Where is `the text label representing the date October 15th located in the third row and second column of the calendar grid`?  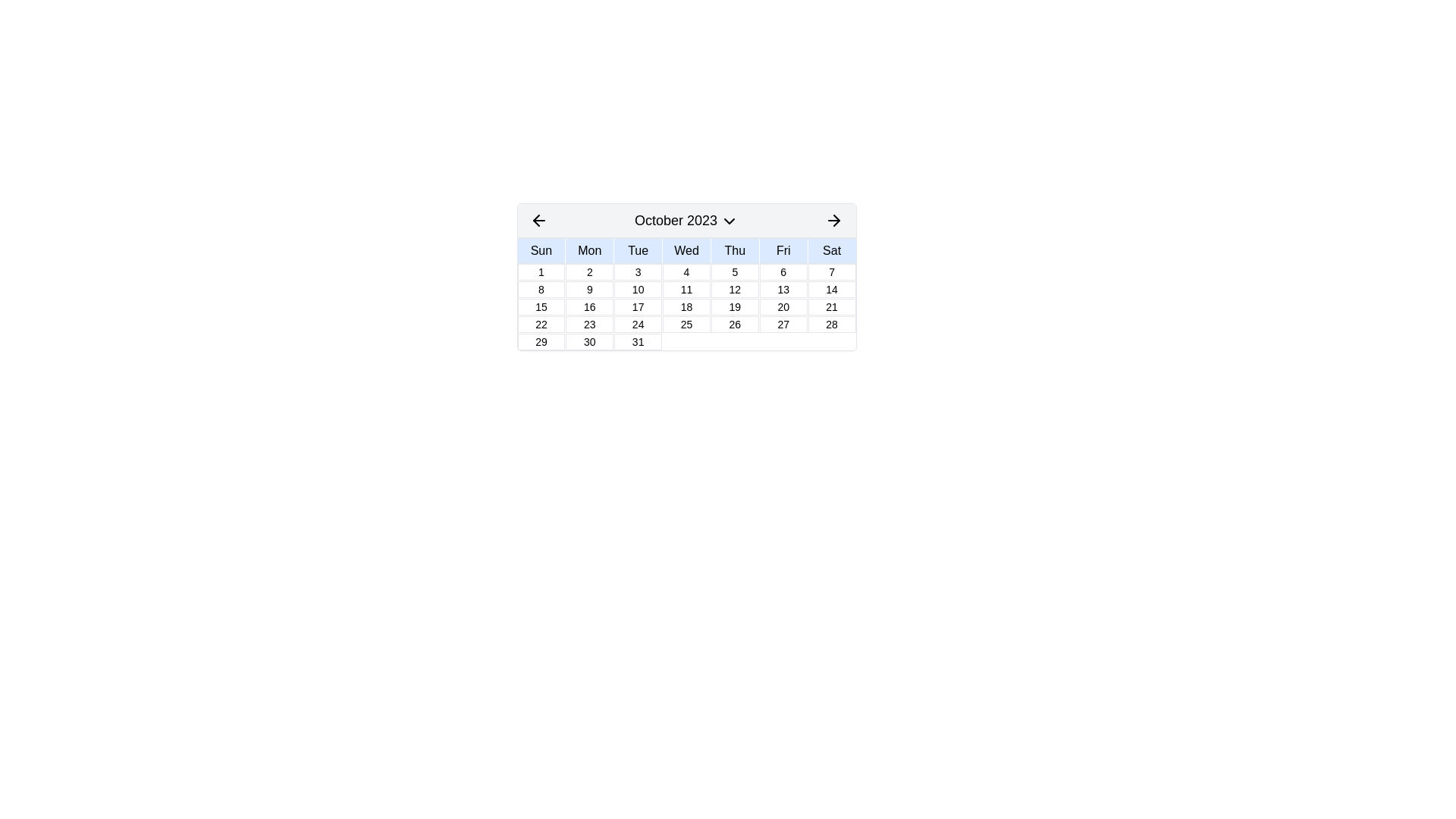 the text label representing the date October 15th located in the third row and second column of the calendar grid is located at coordinates (541, 307).